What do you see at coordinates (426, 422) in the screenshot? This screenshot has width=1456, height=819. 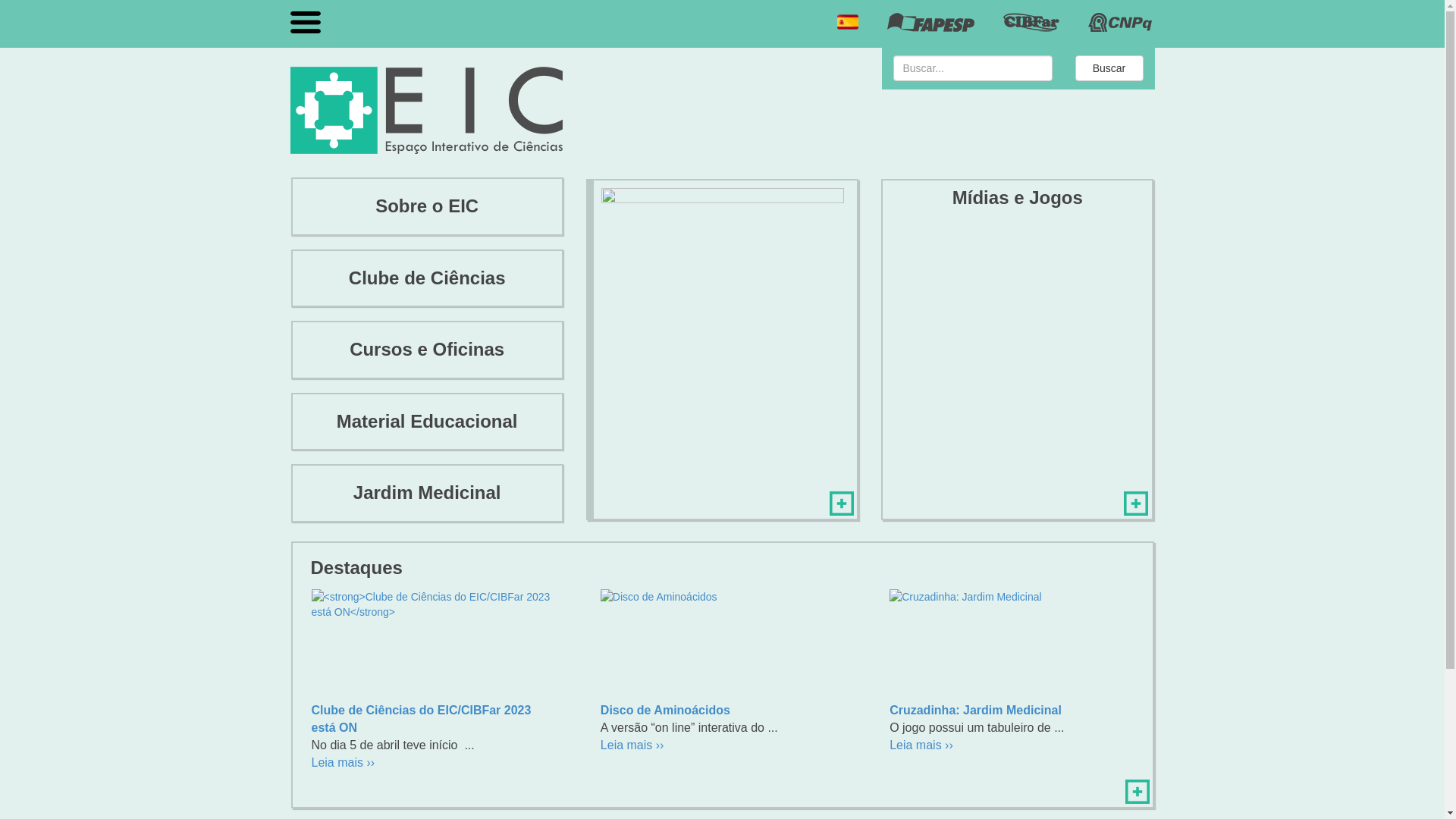 I see `'Material Educacional'` at bounding box center [426, 422].